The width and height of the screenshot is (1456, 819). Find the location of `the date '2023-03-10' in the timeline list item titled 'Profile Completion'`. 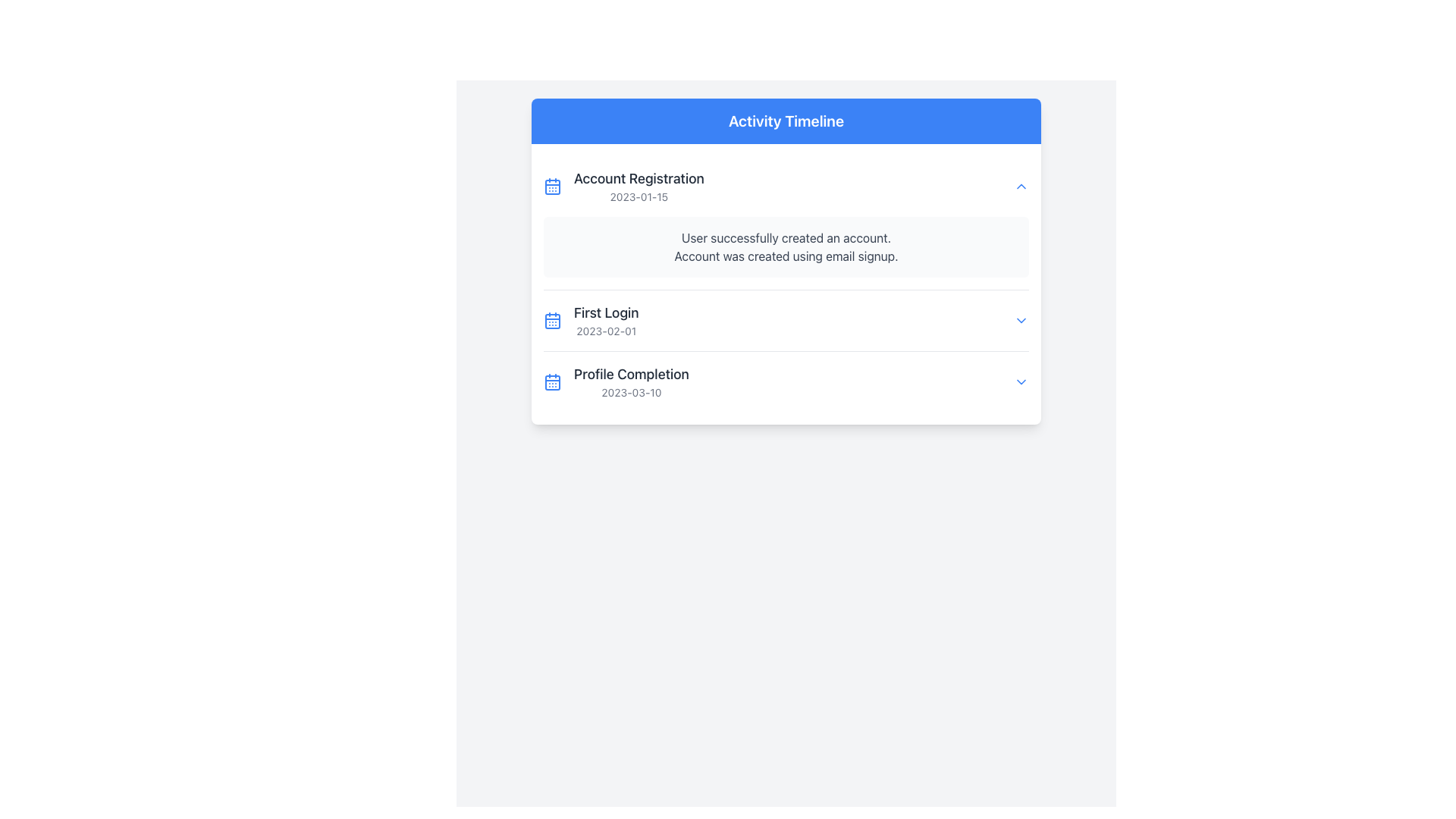

the date '2023-03-10' in the timeline list item titled 'Profile Completion' is located at coordinates (786, 381).